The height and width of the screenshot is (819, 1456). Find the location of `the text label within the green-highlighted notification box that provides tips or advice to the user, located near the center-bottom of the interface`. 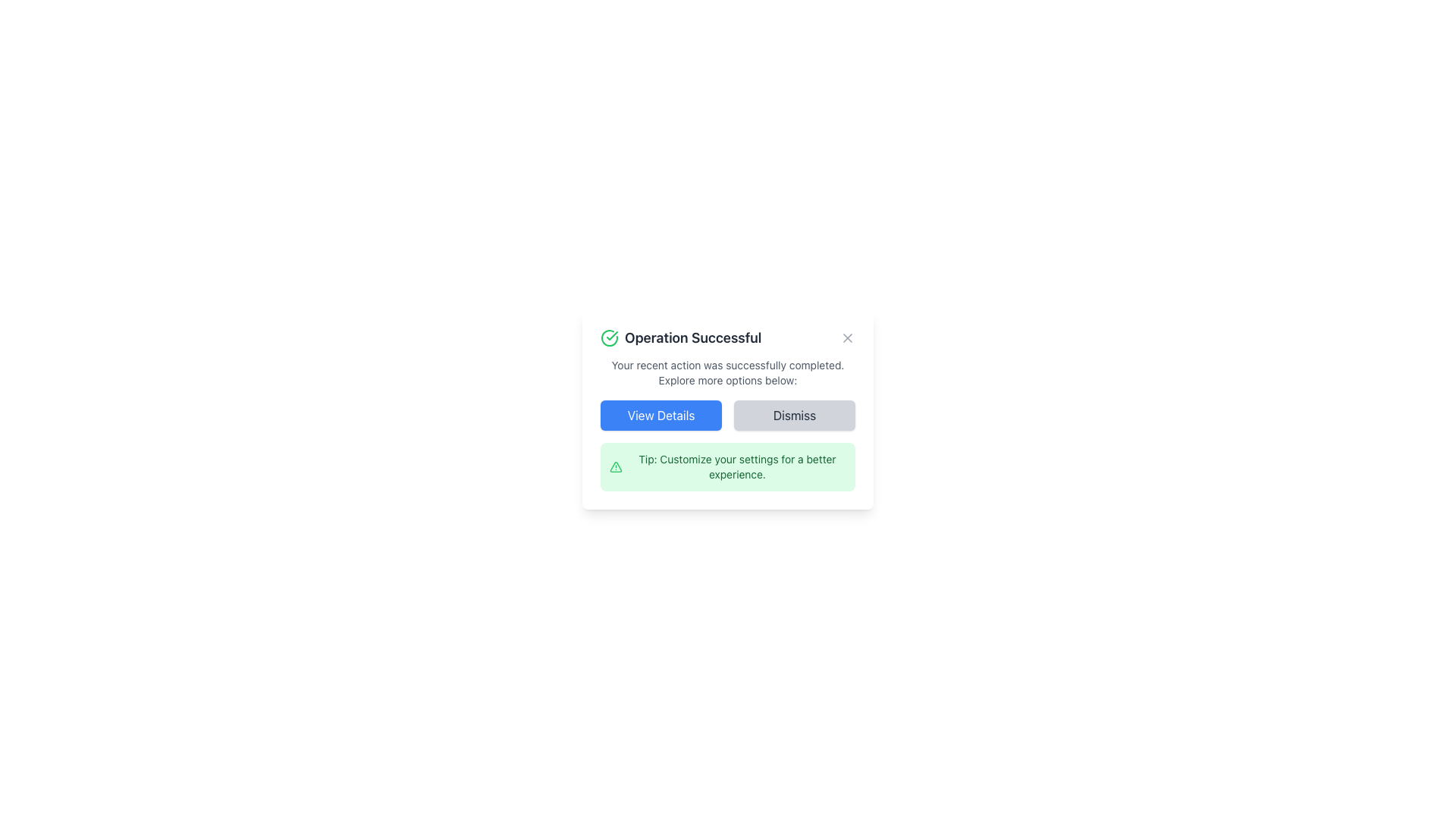

the text label within the green-highlighted notification box that provides tips or advice to the user, located near the center-bottom of the interface is located at coordinates (737, 466).